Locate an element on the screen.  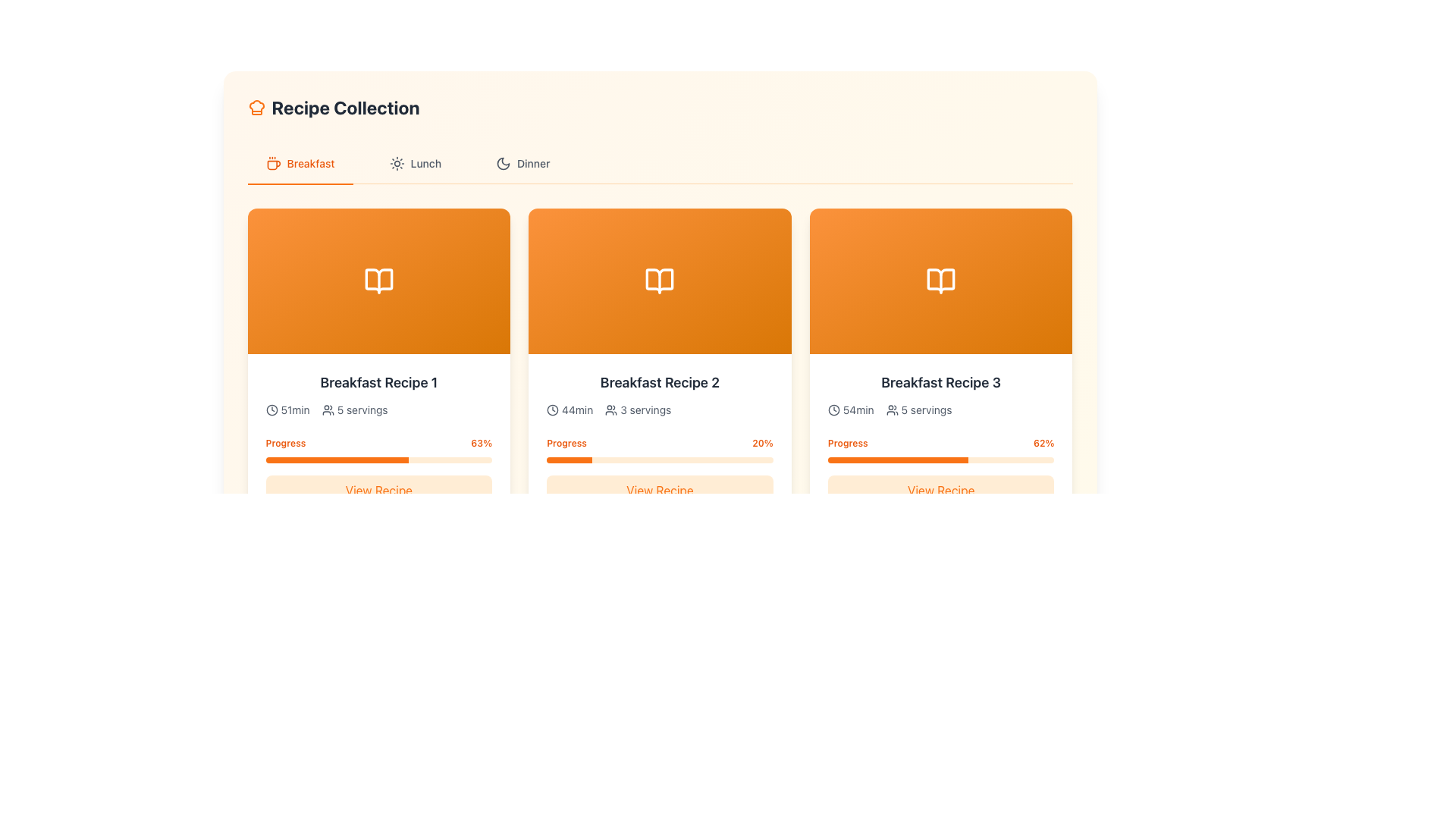
the button located at the bottom center of the card for 'Breakfast Recipe 3' is located at coordinates (940, 491).